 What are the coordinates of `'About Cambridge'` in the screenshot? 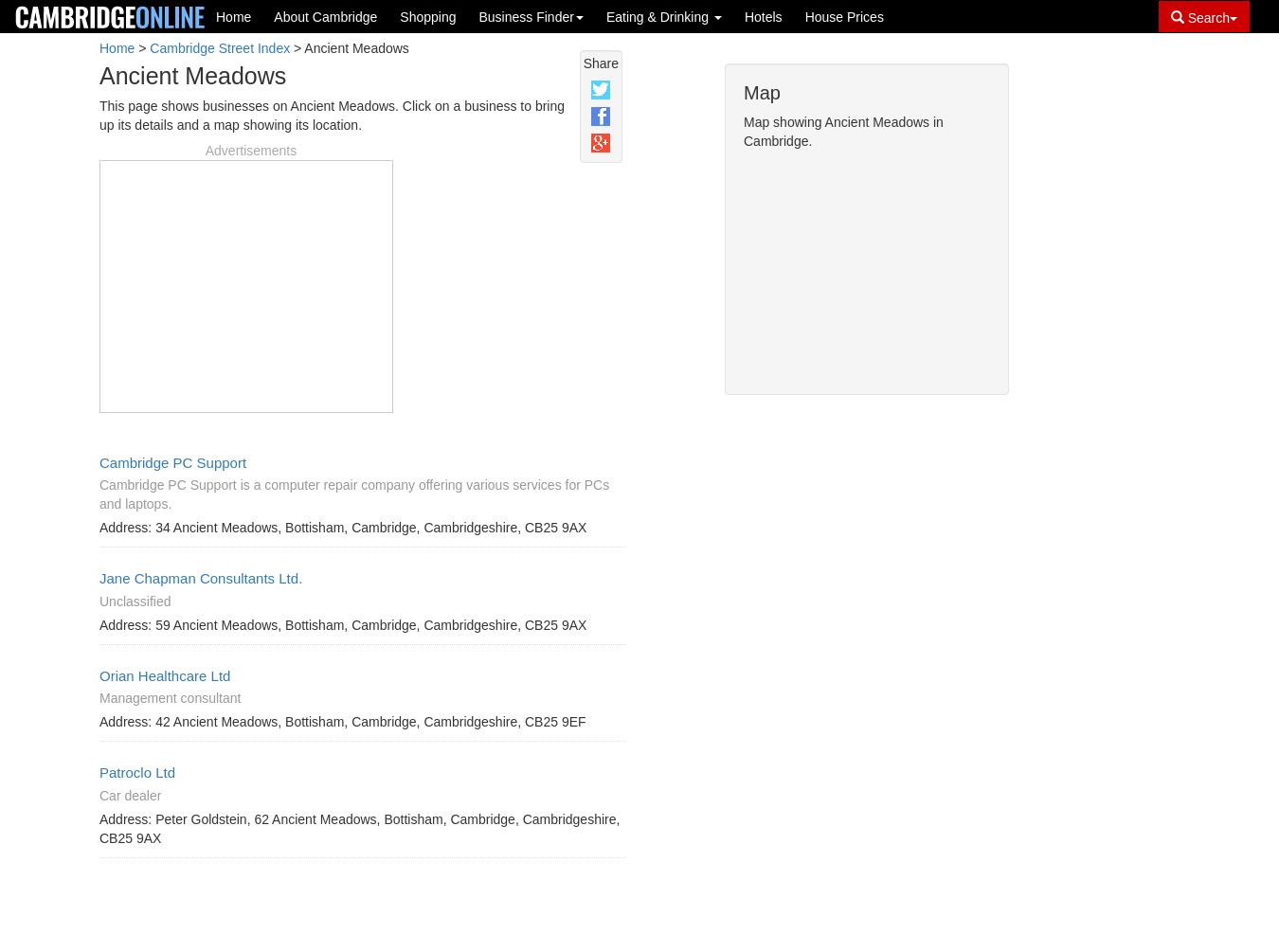 It's located at (325, 16).